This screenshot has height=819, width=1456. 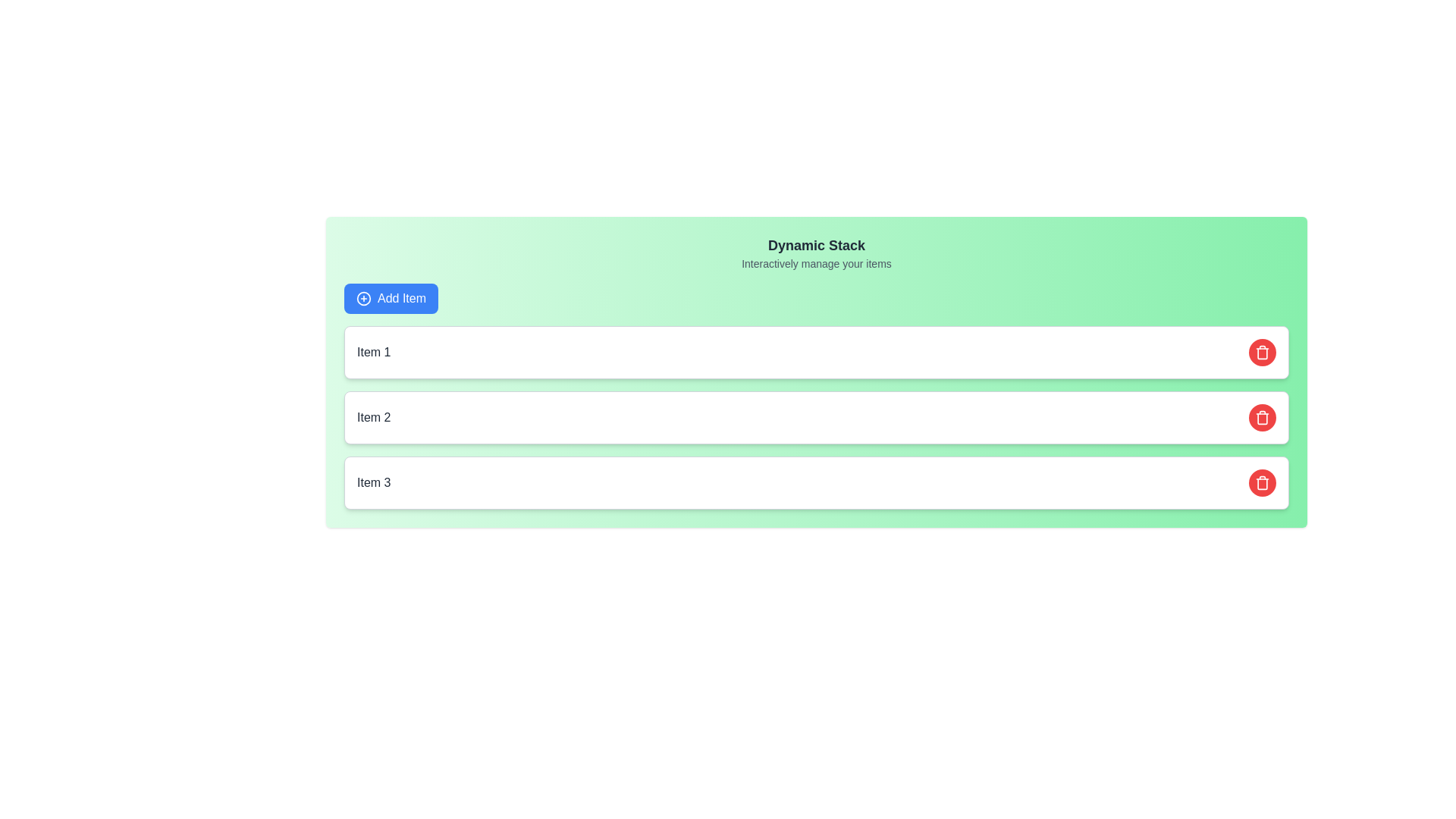 What do you see at coordinates (391, 298) in the screenshot?
I see `the blue button with white text 'Add Item' and a circular plus icon` at bounding box center [391, 298].